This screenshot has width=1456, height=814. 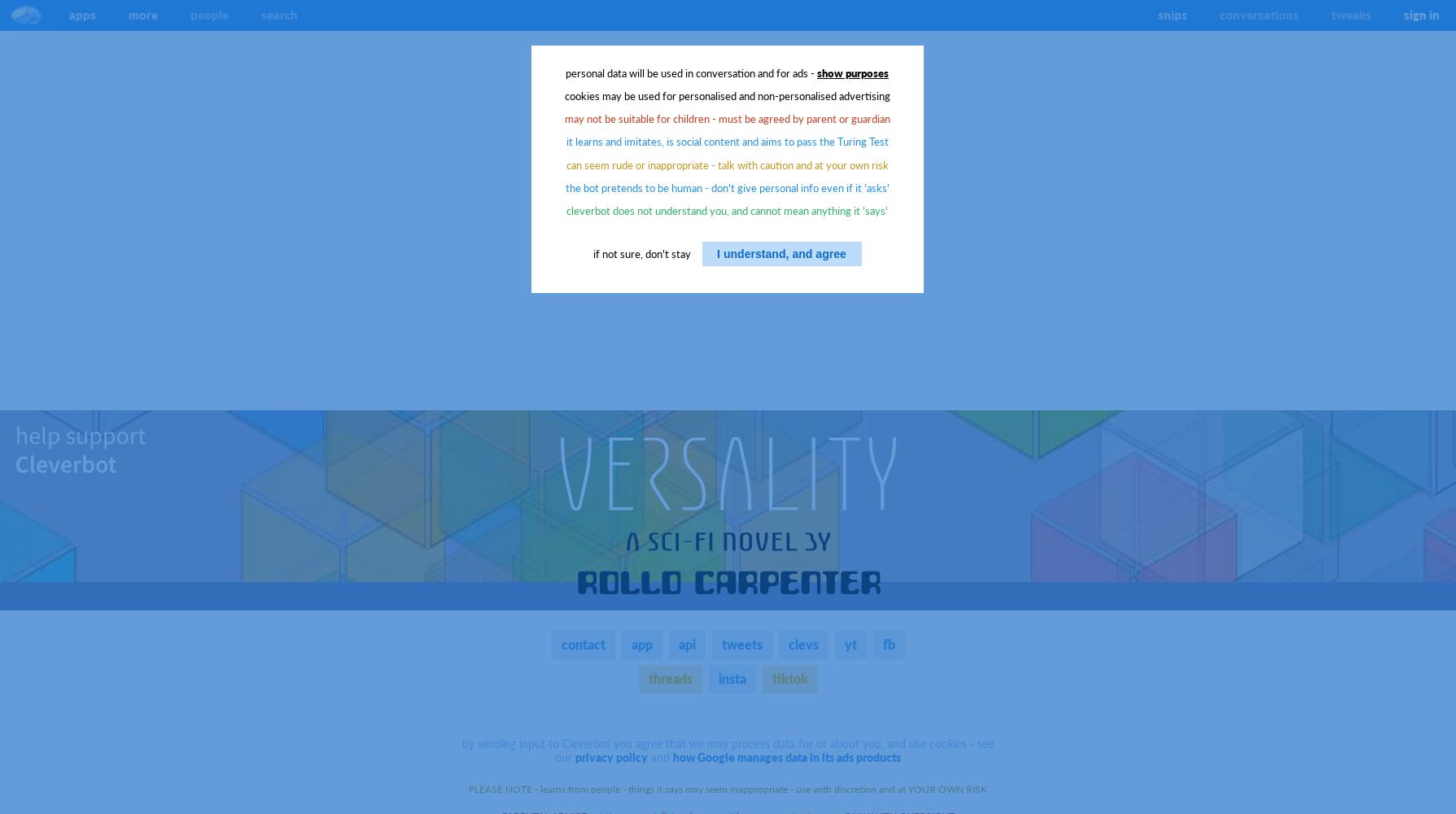 What do you see at coordinates (669, 676) in the screenshot?
I see `'threads'` at bounding box center [669, 676].